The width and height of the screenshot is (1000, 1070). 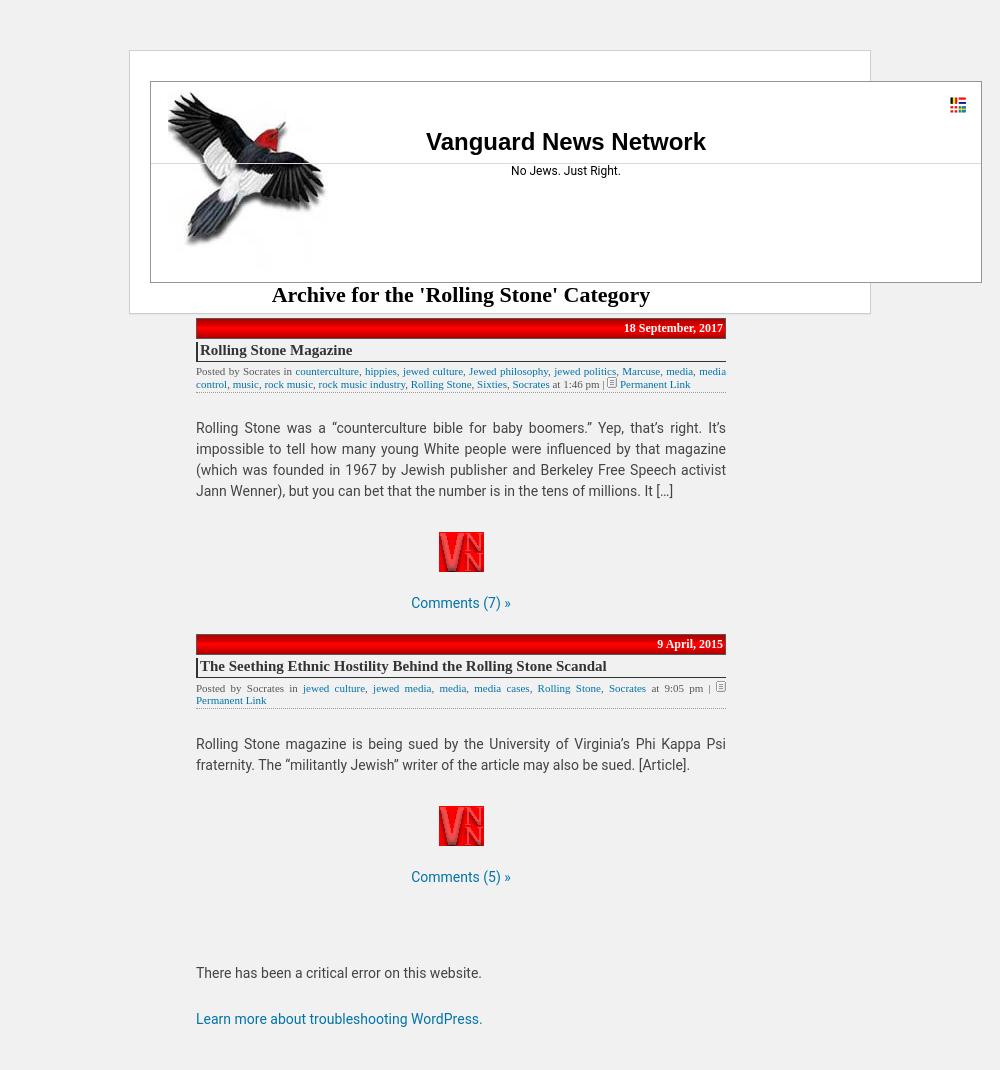 I want to click on 'at 1:46 pm |', so click(x=577, y=383).